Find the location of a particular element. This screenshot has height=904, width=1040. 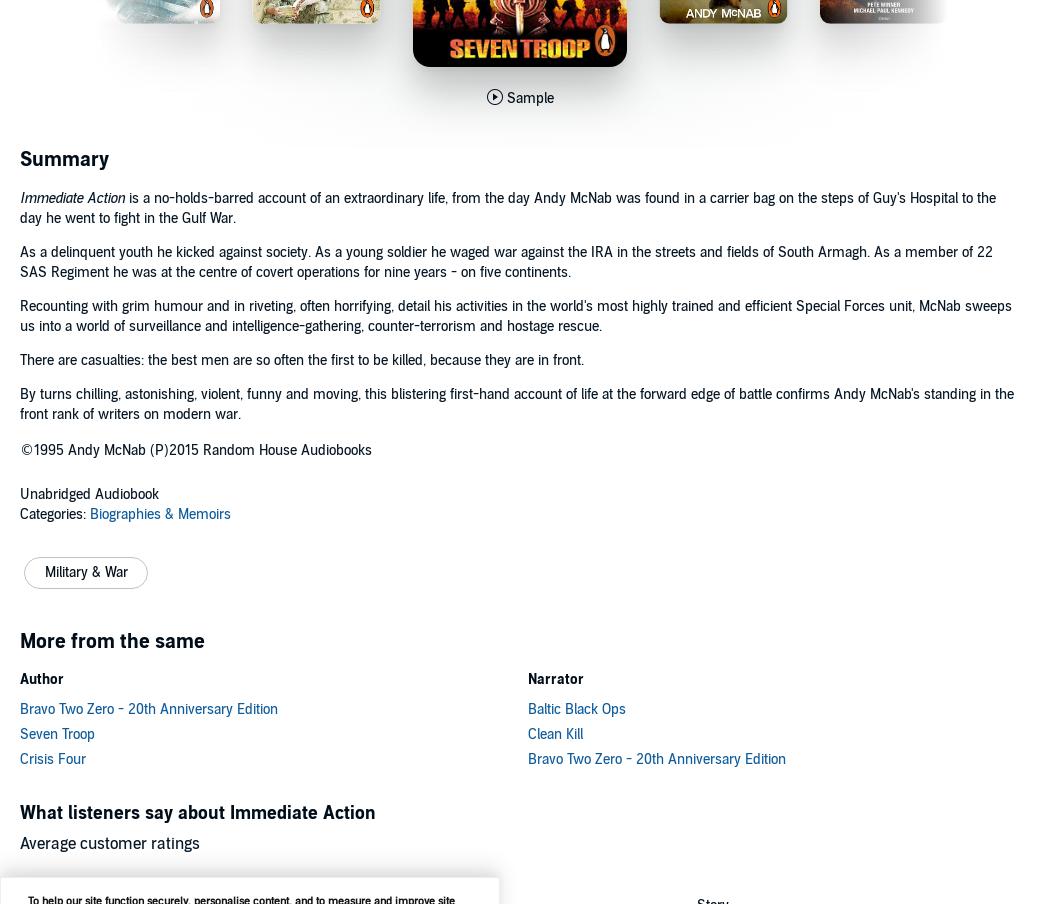

'Biographies & Memoirs' is located at coordinates (160, 514).